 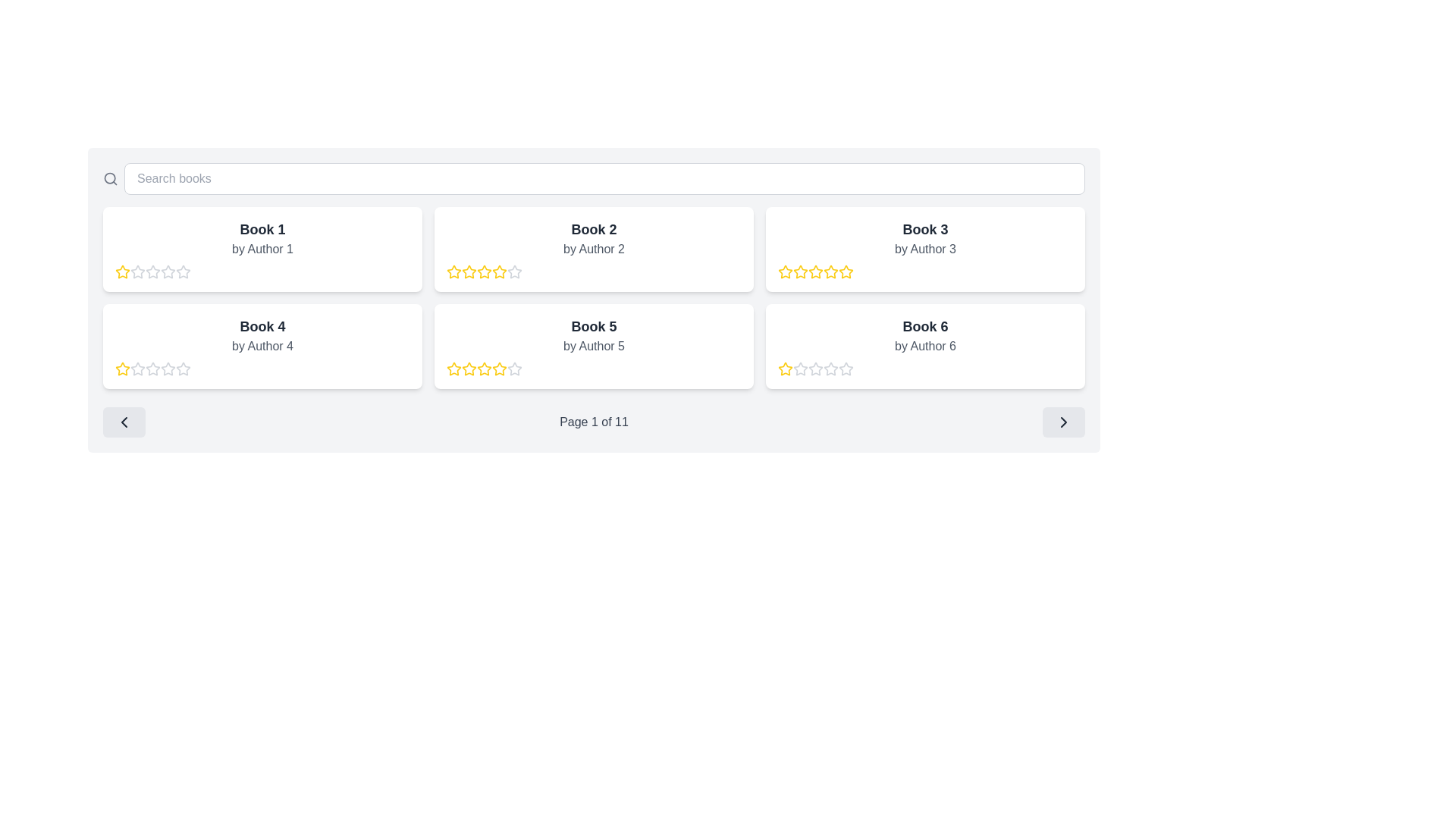 What do you see at coordinates (593, 326) in the screenshot?
I see `title of the book displayed in the text label located in the second row of the grid layout, centrally aligned within its tile` at bounding box center [593, 326].